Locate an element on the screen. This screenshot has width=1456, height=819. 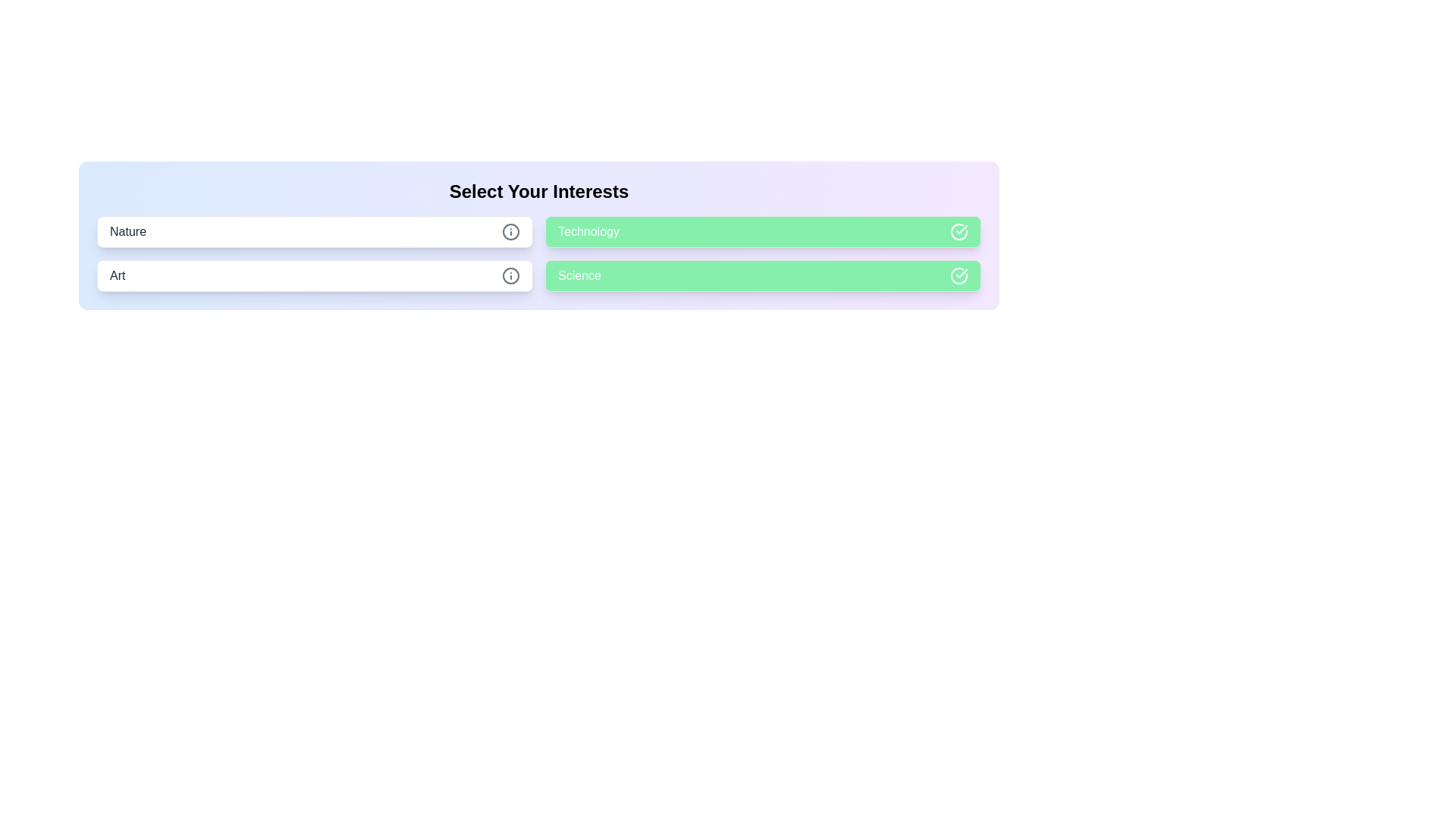
the chip labeled 'Science' is located at coordinates (763, 275).